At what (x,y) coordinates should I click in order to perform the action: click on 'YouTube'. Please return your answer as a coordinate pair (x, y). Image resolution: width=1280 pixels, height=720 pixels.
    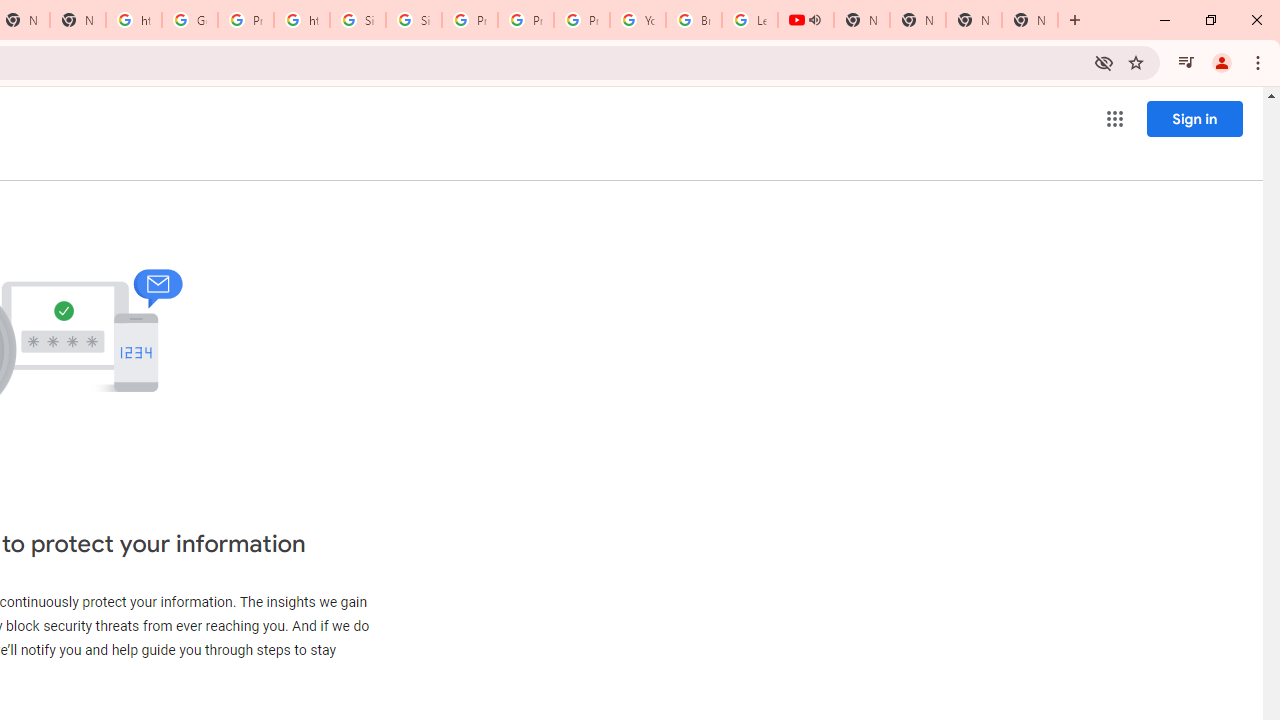
    Looking at the image, I should click on (637, 20).